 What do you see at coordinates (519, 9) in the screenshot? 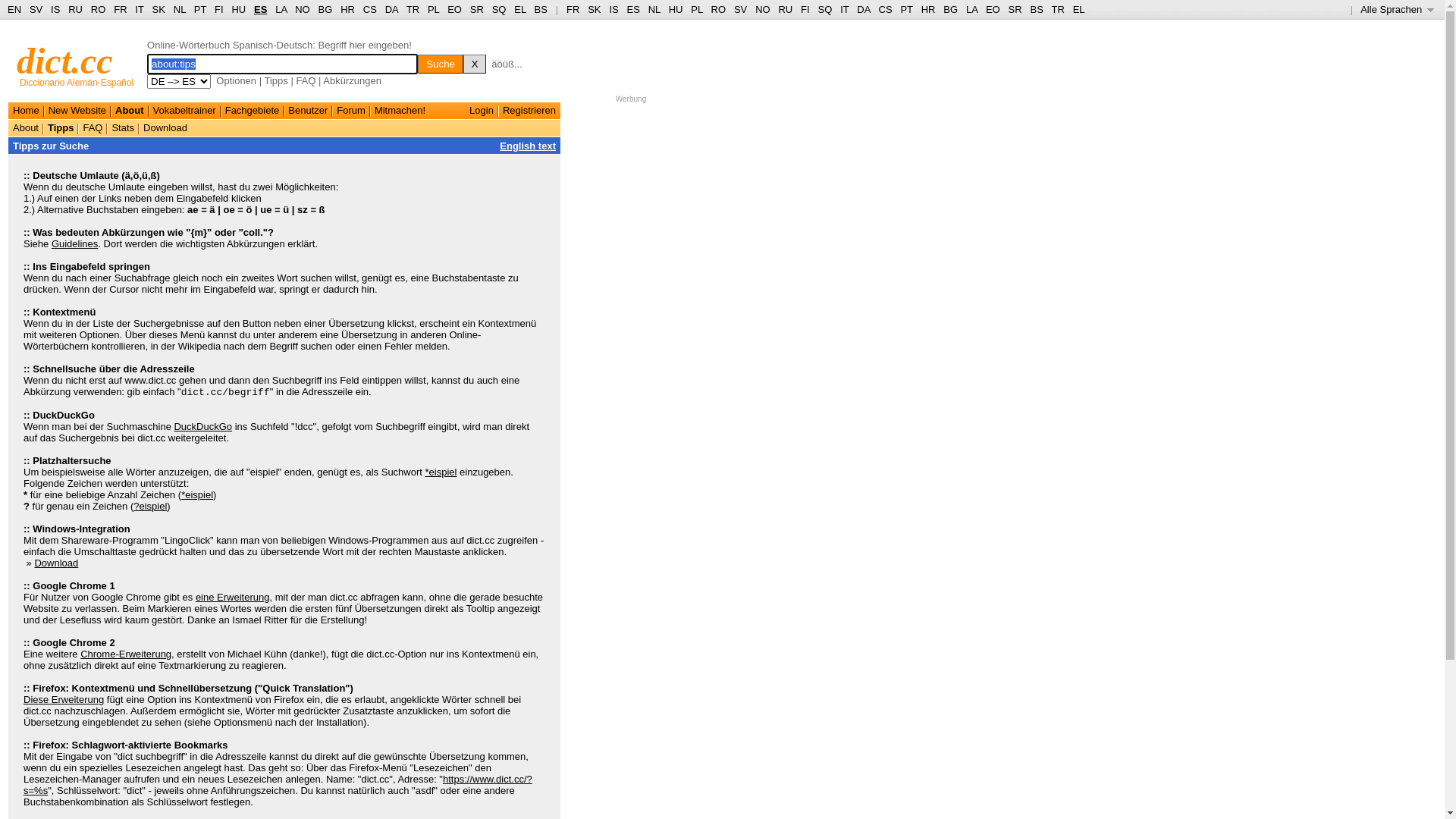
I see `'EL'` at bounding box center [519, 9].